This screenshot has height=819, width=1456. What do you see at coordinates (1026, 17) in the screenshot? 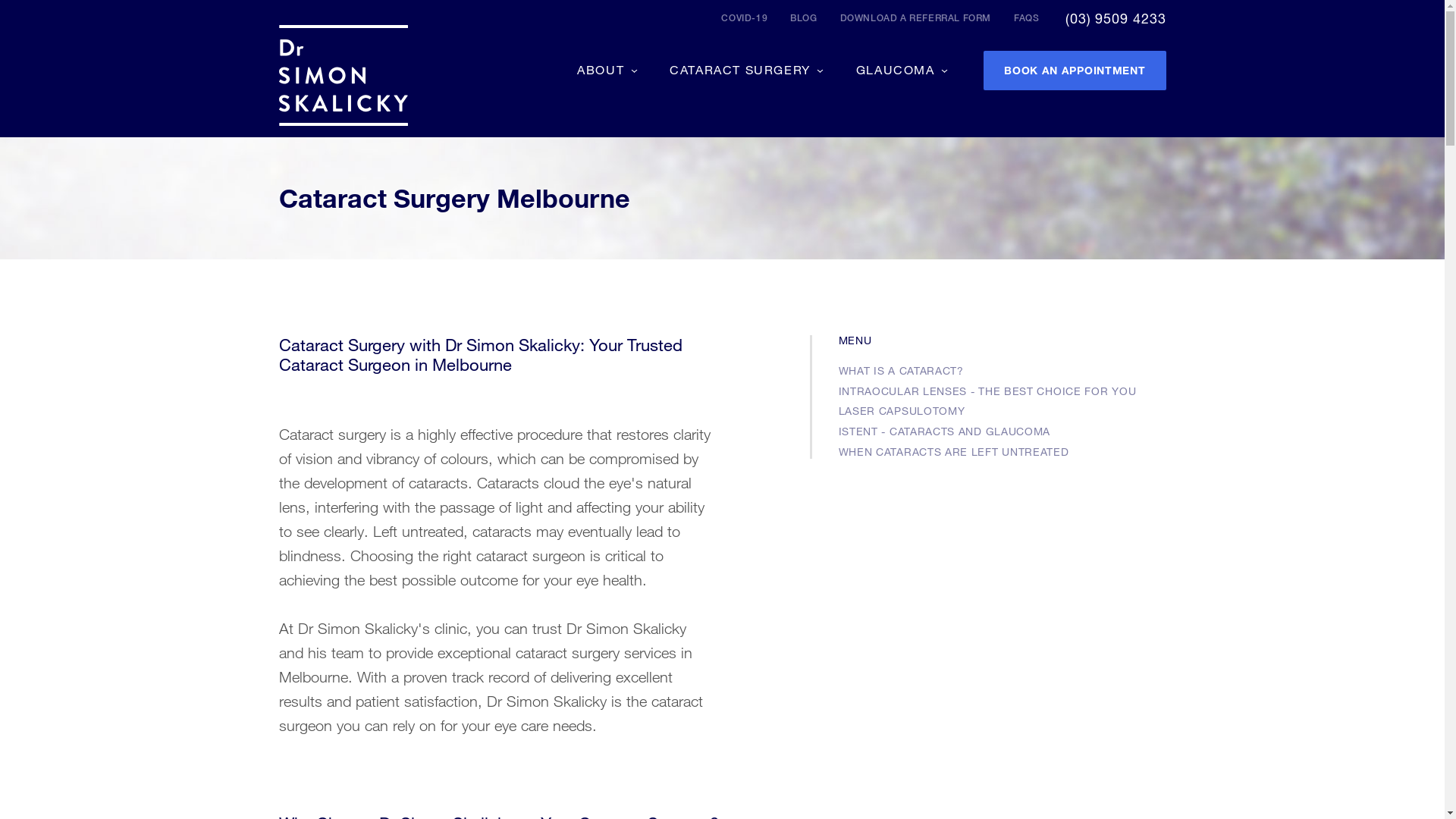
I see `'FAQS'` at bounding box center [1026, 17].